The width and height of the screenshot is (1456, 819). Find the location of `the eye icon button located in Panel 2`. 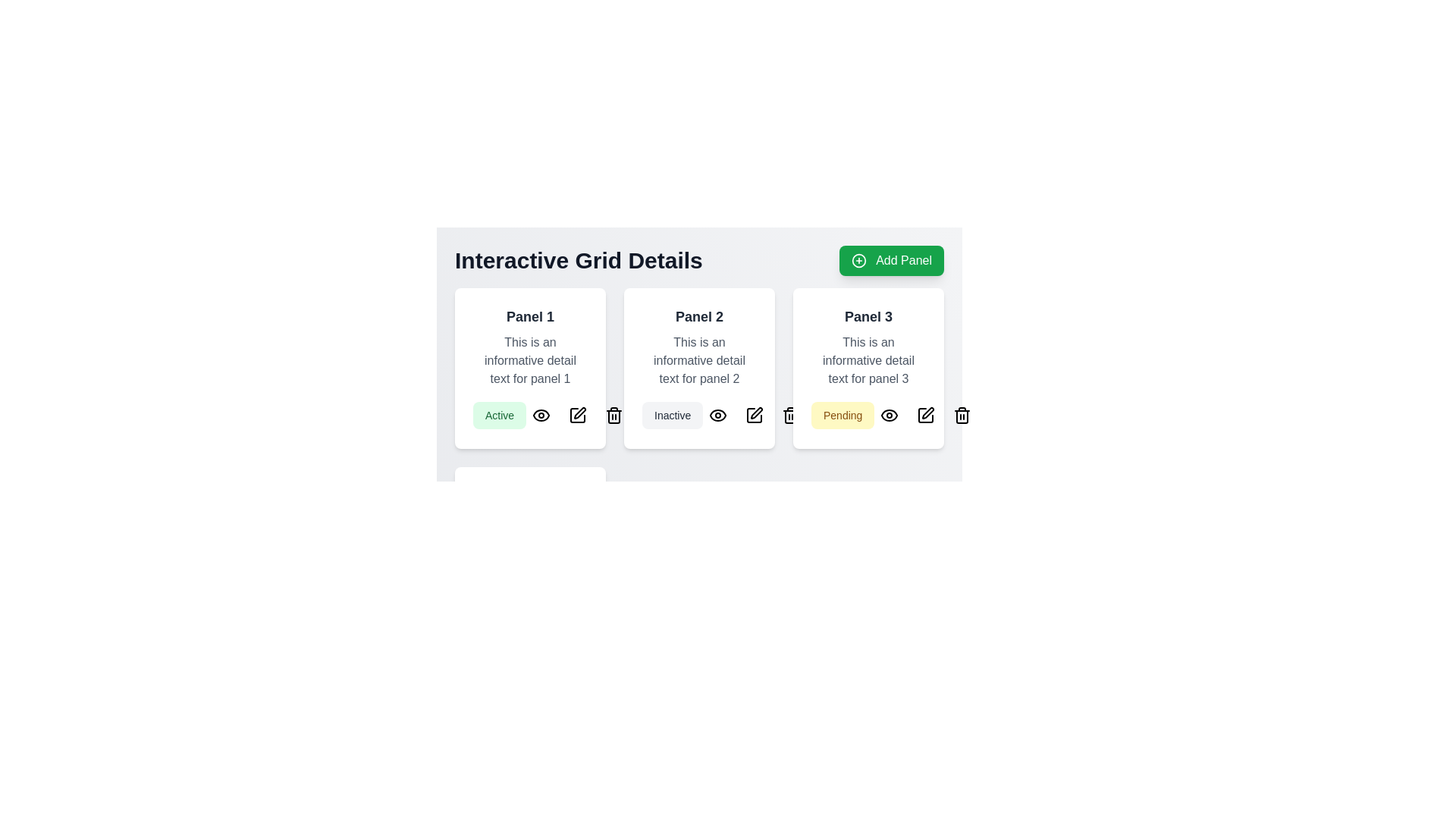

the eye icon button located in Panel 2 is located at coordinates (717, 415).